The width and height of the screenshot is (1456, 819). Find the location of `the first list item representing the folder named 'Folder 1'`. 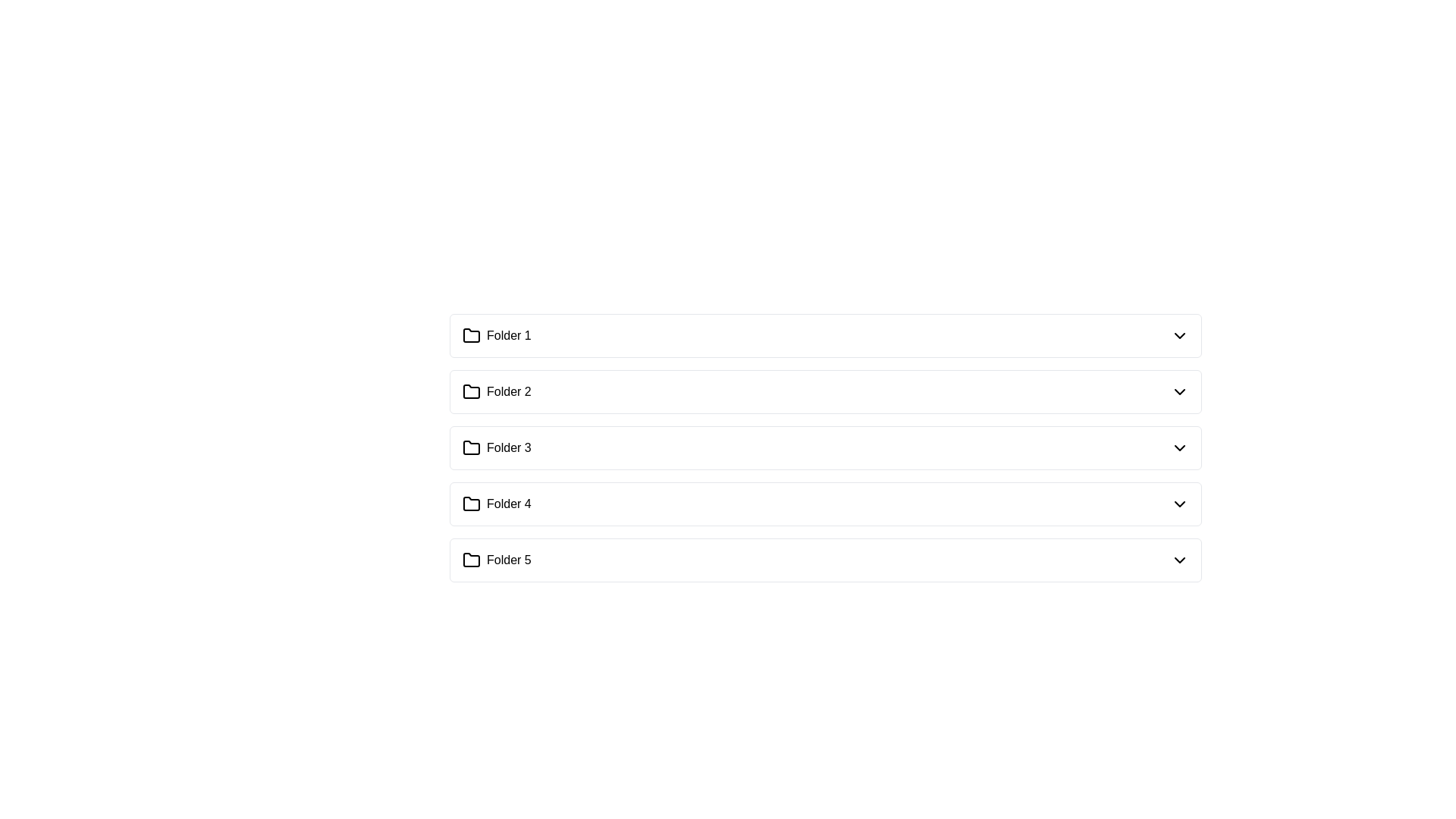

the first list item representing the folder named 'Folder 1' is located at coordinates (825, 335).